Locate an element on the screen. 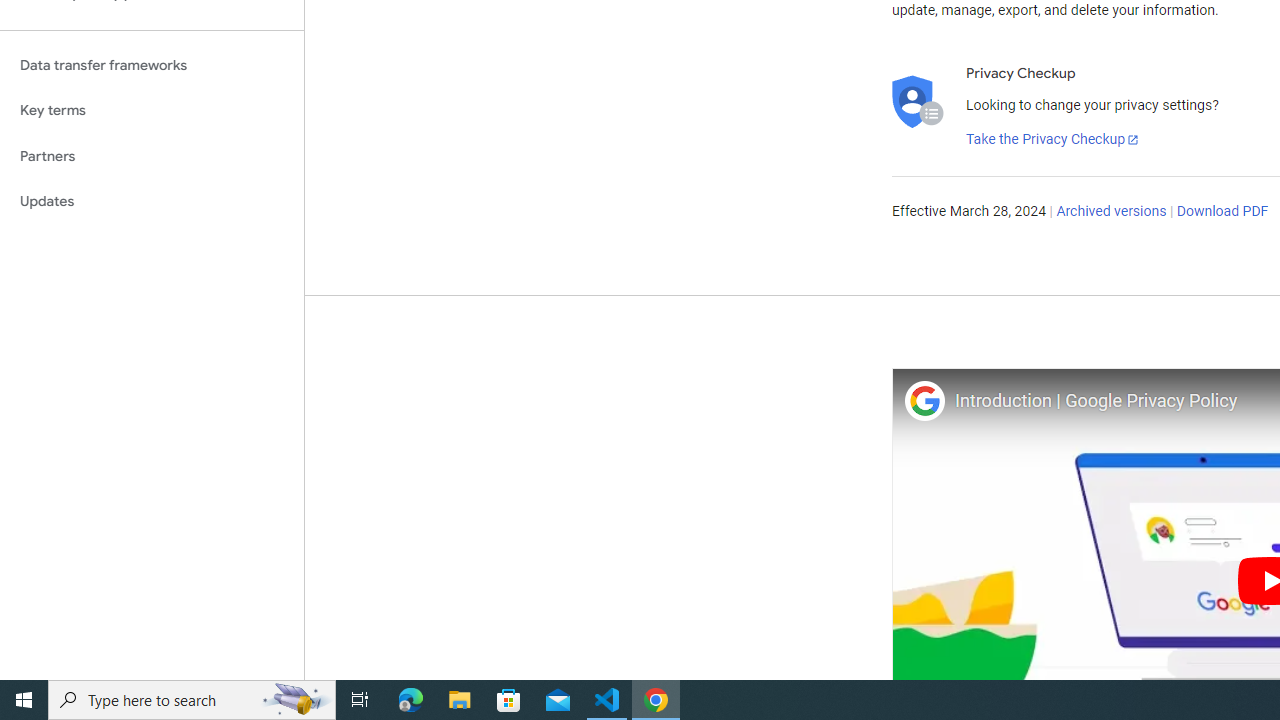  'Photo image of Google' is located at coordinates (923, 400).